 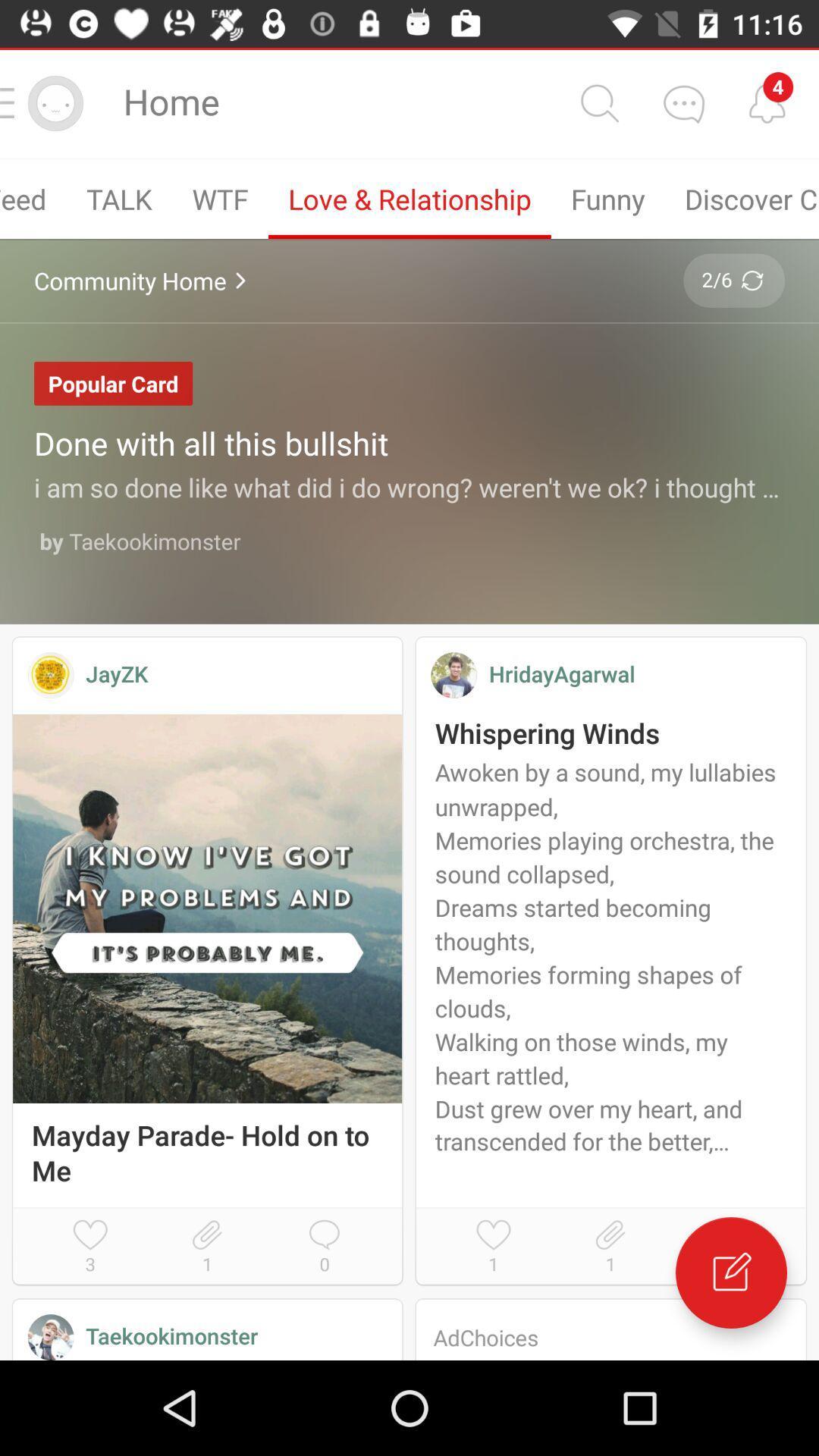 I want to click on comment option, so click(x=683, y=102).